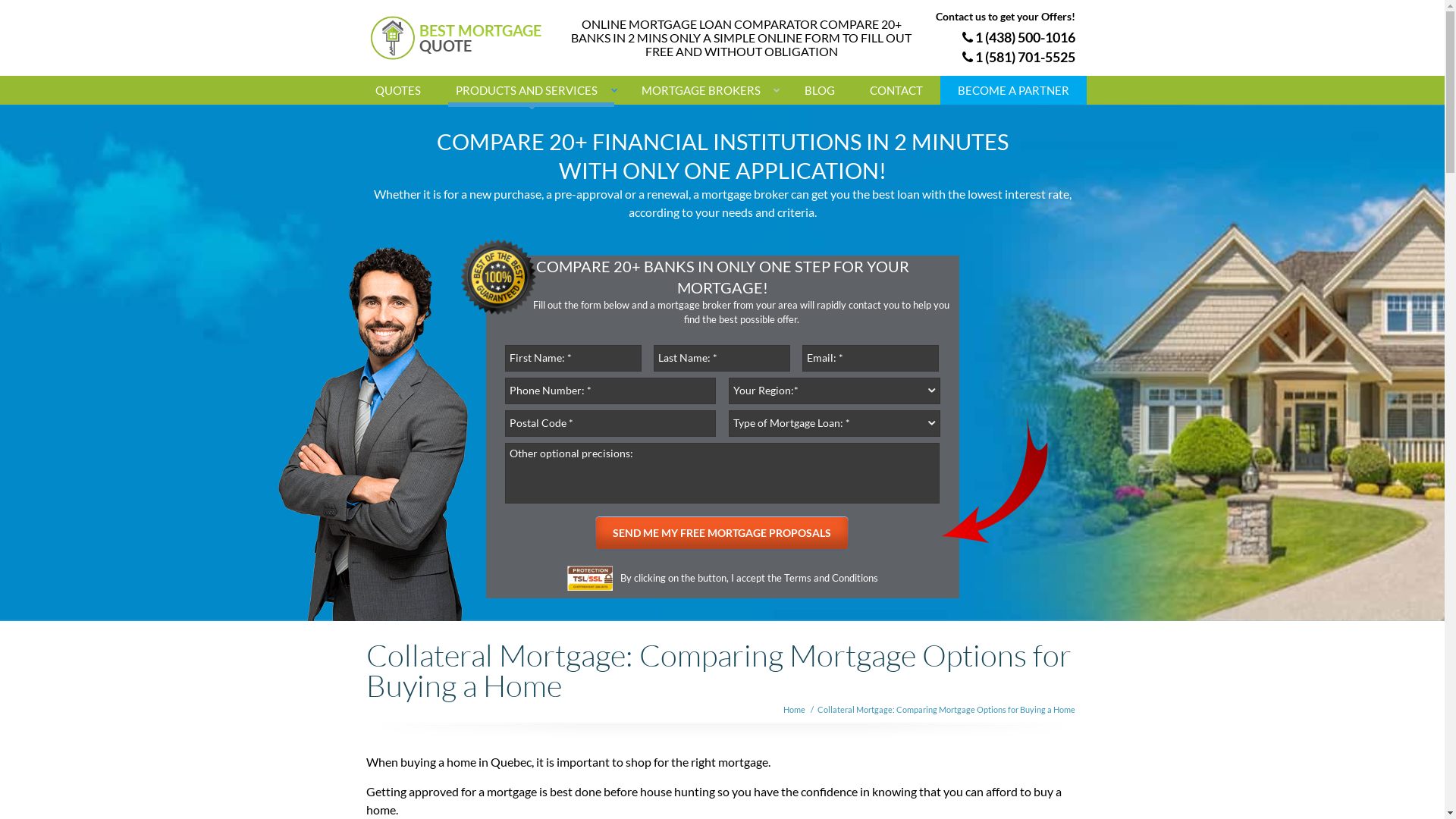 Image resolution: width=1456 pixels, height=819 pixels. Describe the element at coordinates (464, 37) in the screenshot. I see `'BEST MORTGAGE` at that location.